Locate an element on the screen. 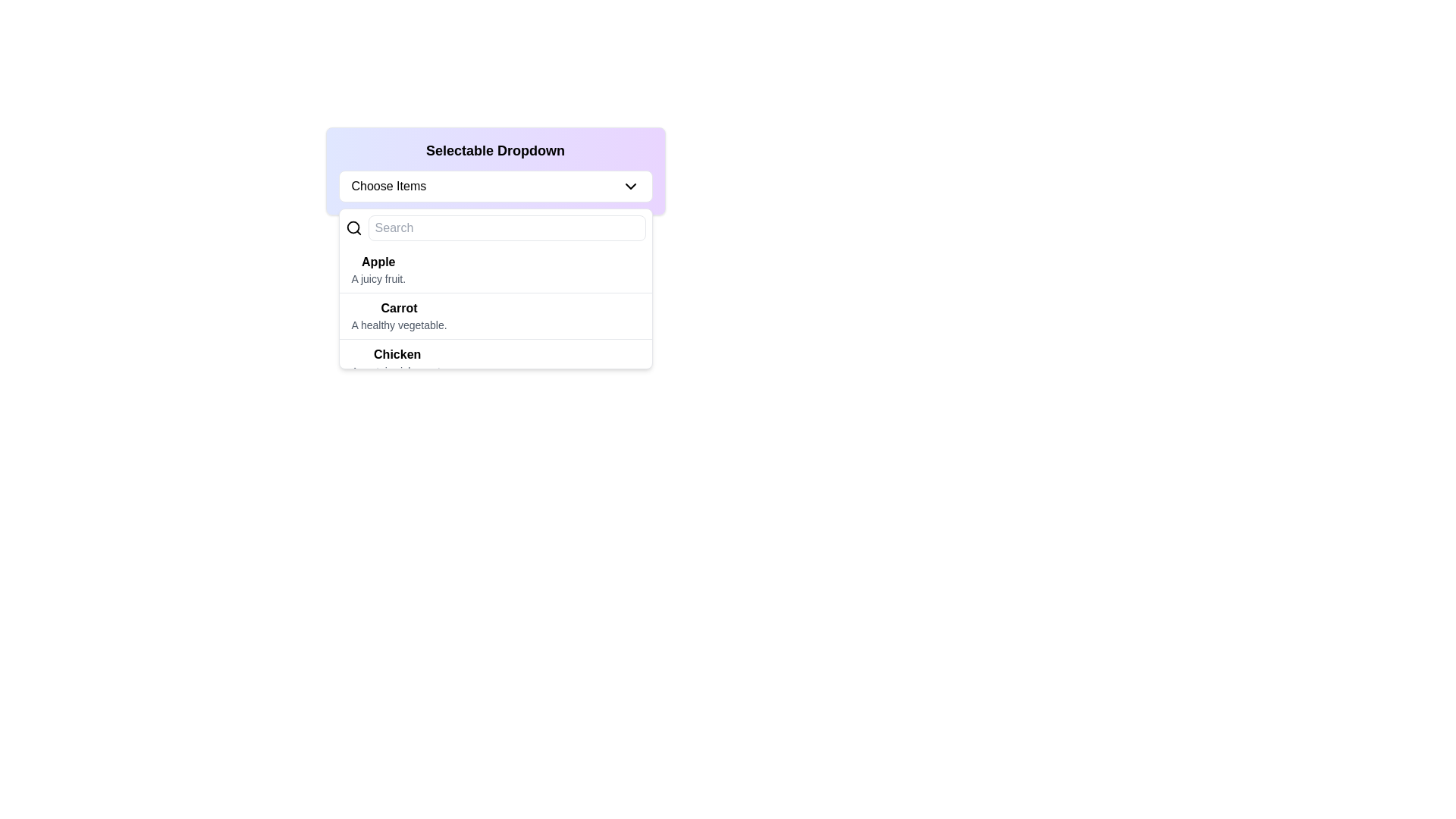 The height and width of the screenshot is (819, 1456). the 'Apple' text label in the dropdown menu is located at coordinates (378, 262).